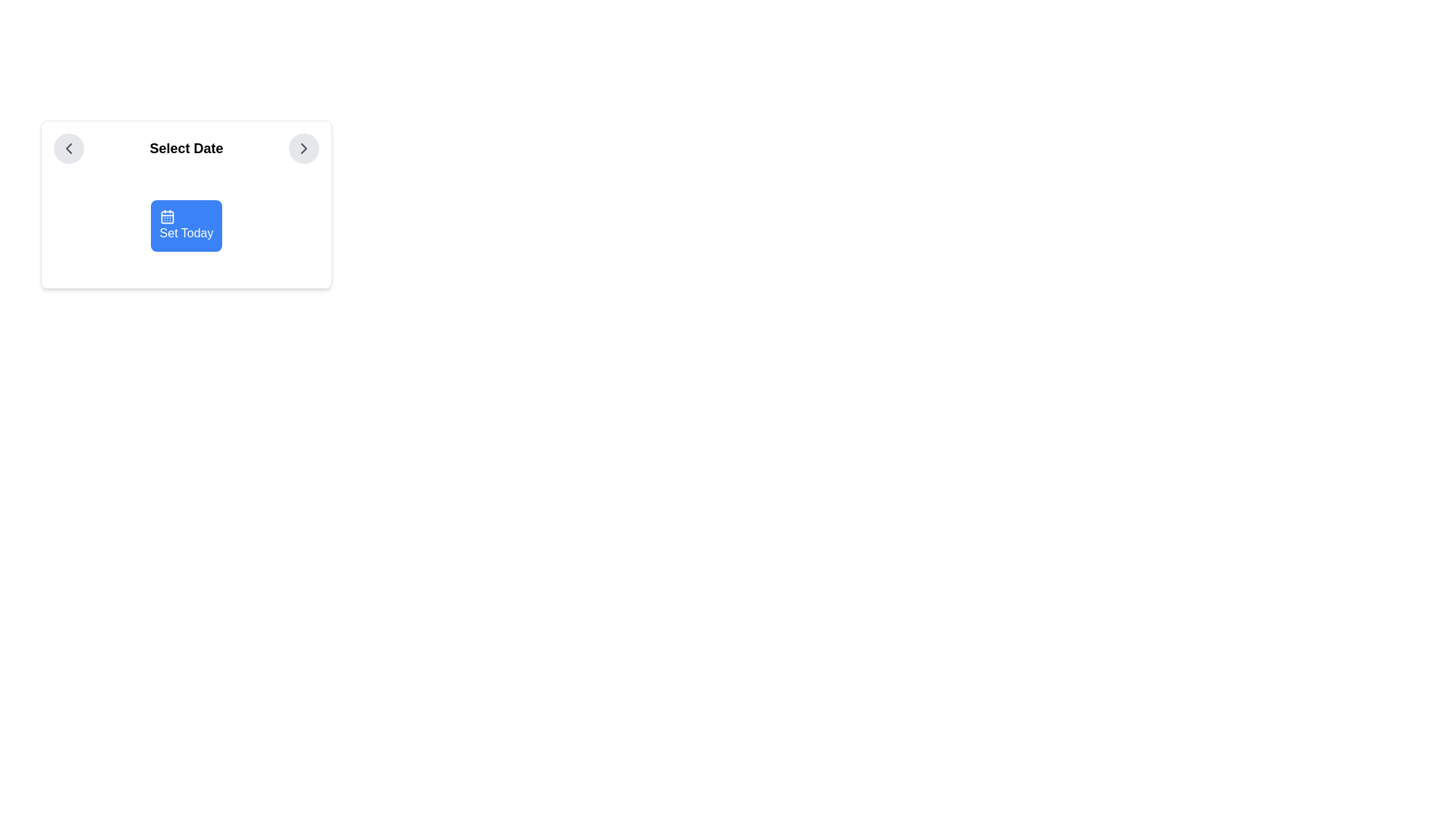 The height and width of the screenshot is (819, 1456). What do you see at coordinates (303, 149) in the screenshot?
I see `the navigation button on the far right side of the header section, which is used for moving to the next date or page` at bounding box center [303, 149].